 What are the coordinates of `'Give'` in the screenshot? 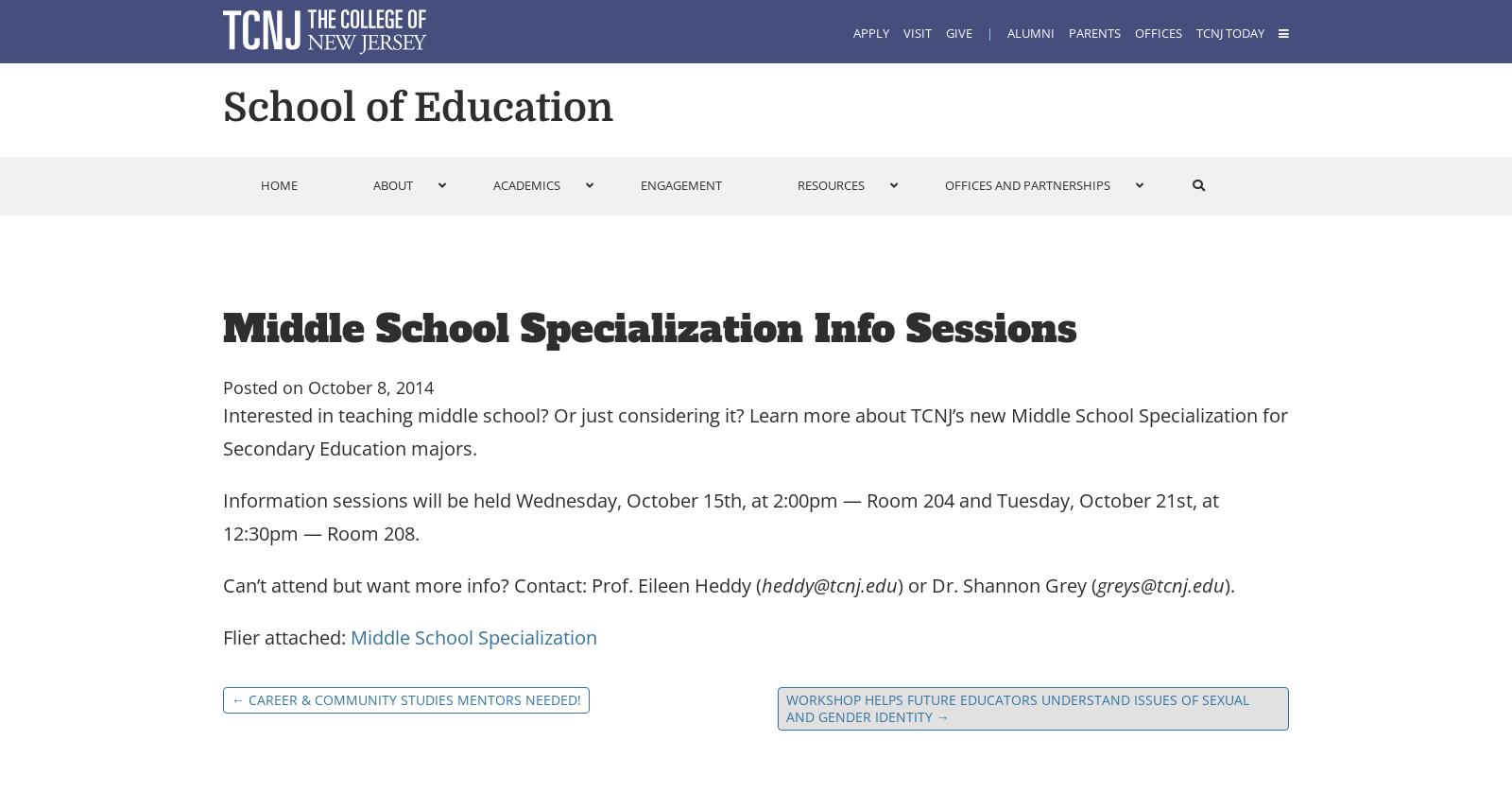 It's located at (944, 33).